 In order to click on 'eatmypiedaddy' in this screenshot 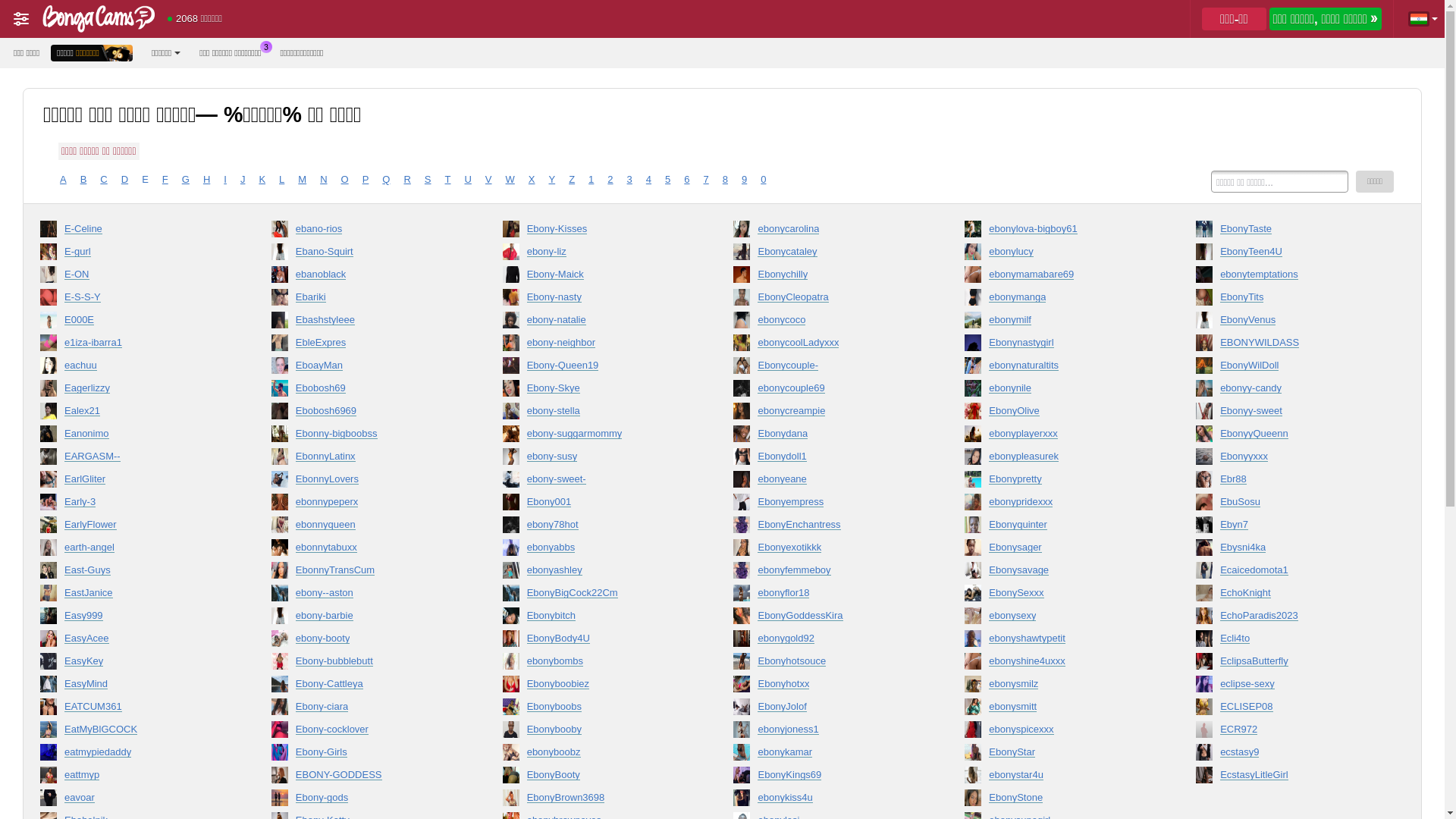, I will do `click(134, 755)`.